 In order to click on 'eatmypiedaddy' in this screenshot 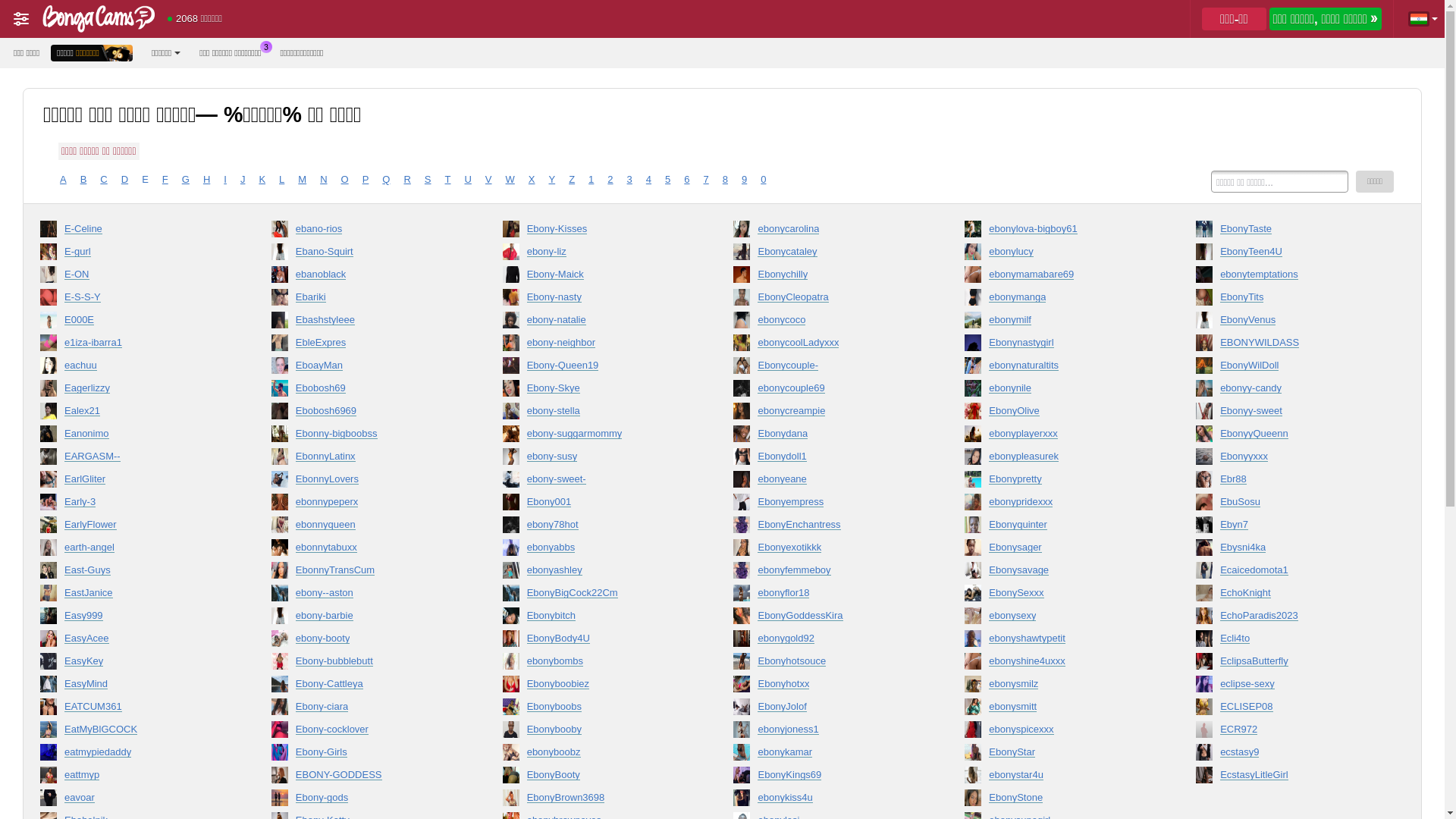, I will do `click(134, 755)`.